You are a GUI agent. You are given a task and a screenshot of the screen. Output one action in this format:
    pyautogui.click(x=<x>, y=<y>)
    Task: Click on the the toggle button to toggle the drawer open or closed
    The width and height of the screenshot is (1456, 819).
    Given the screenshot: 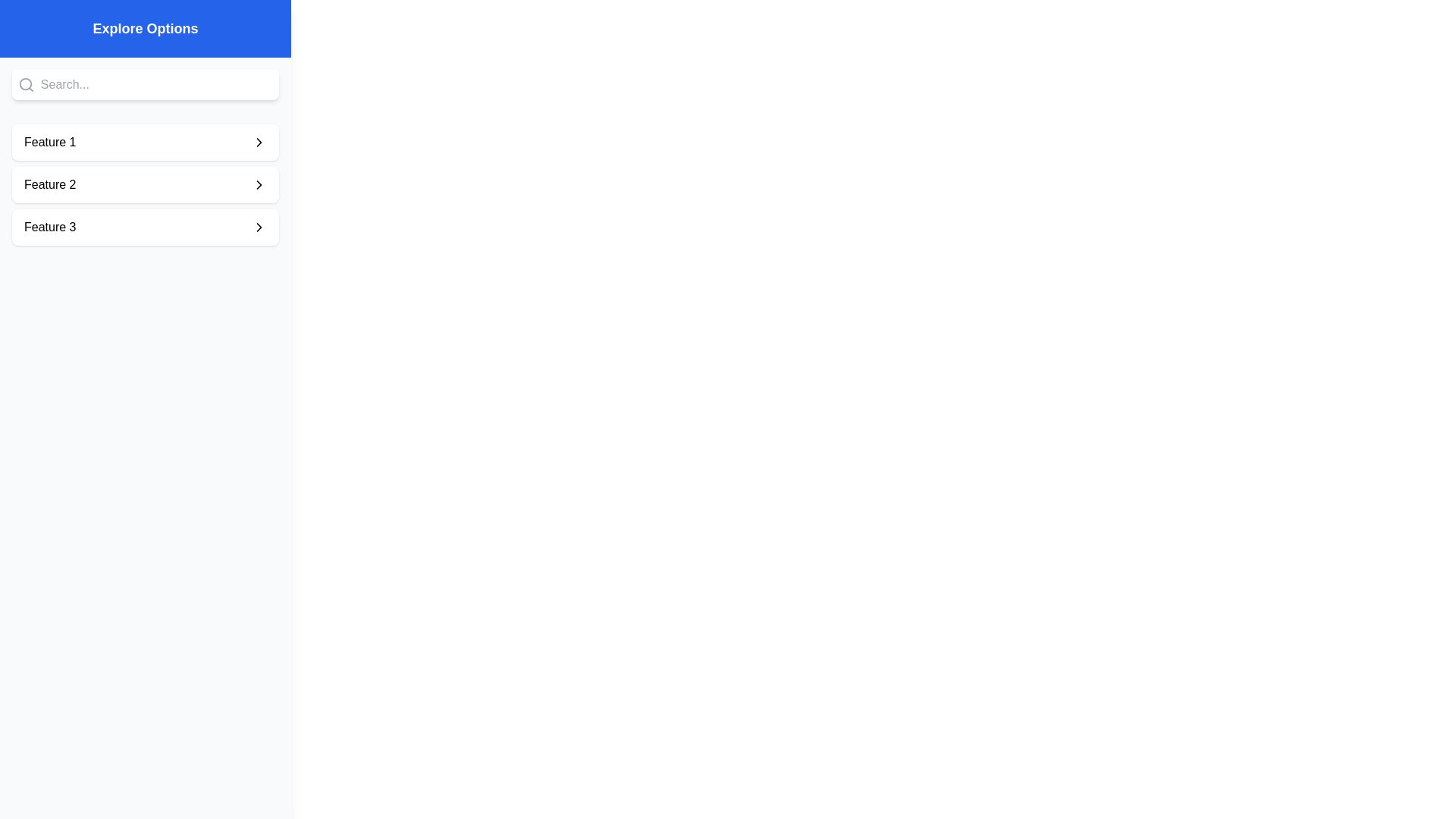 What is the action you would take?
    pyautogui.click(x=42, y=42)
    